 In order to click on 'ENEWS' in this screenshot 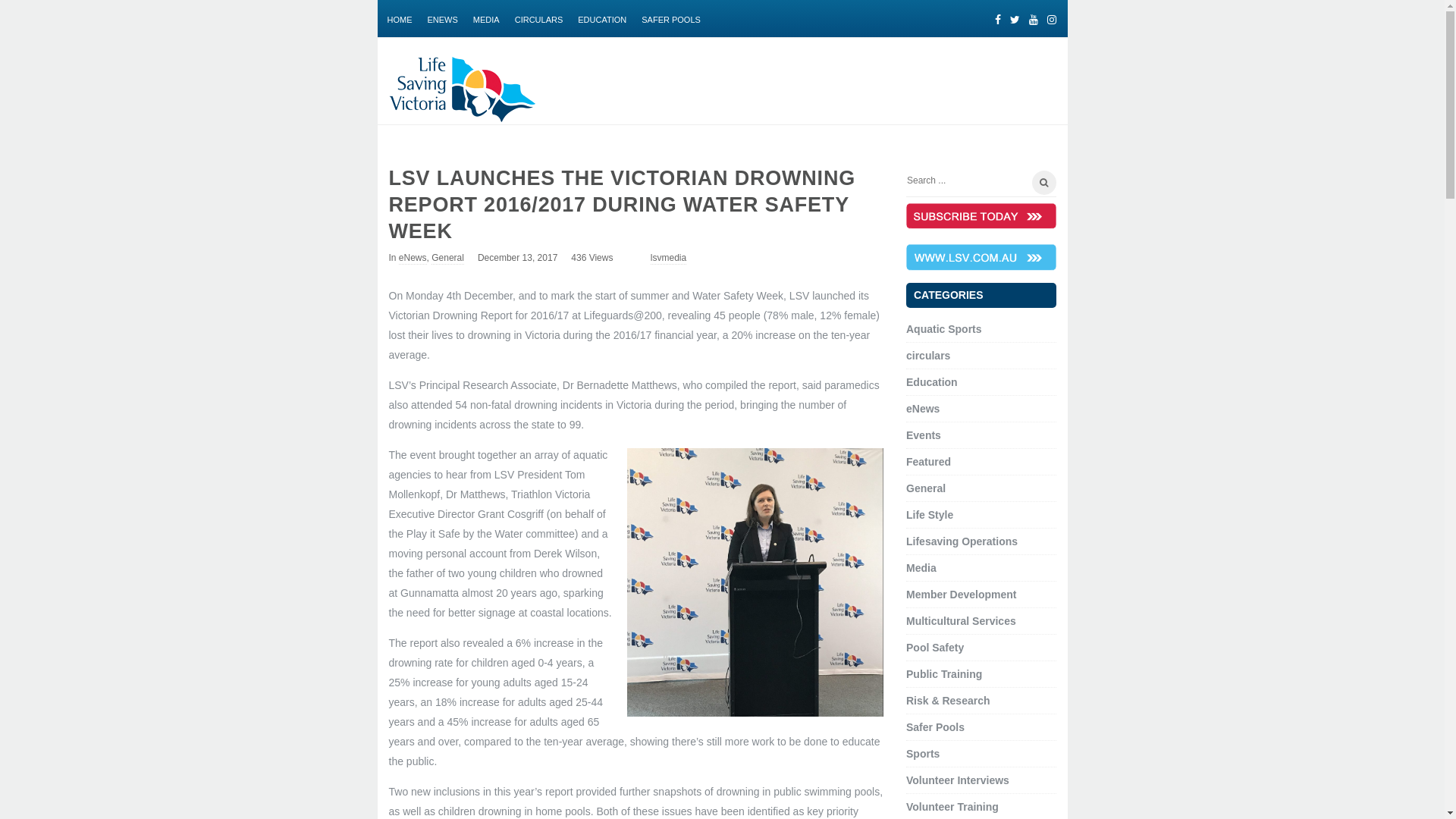, I will do `click(419, 18)`.